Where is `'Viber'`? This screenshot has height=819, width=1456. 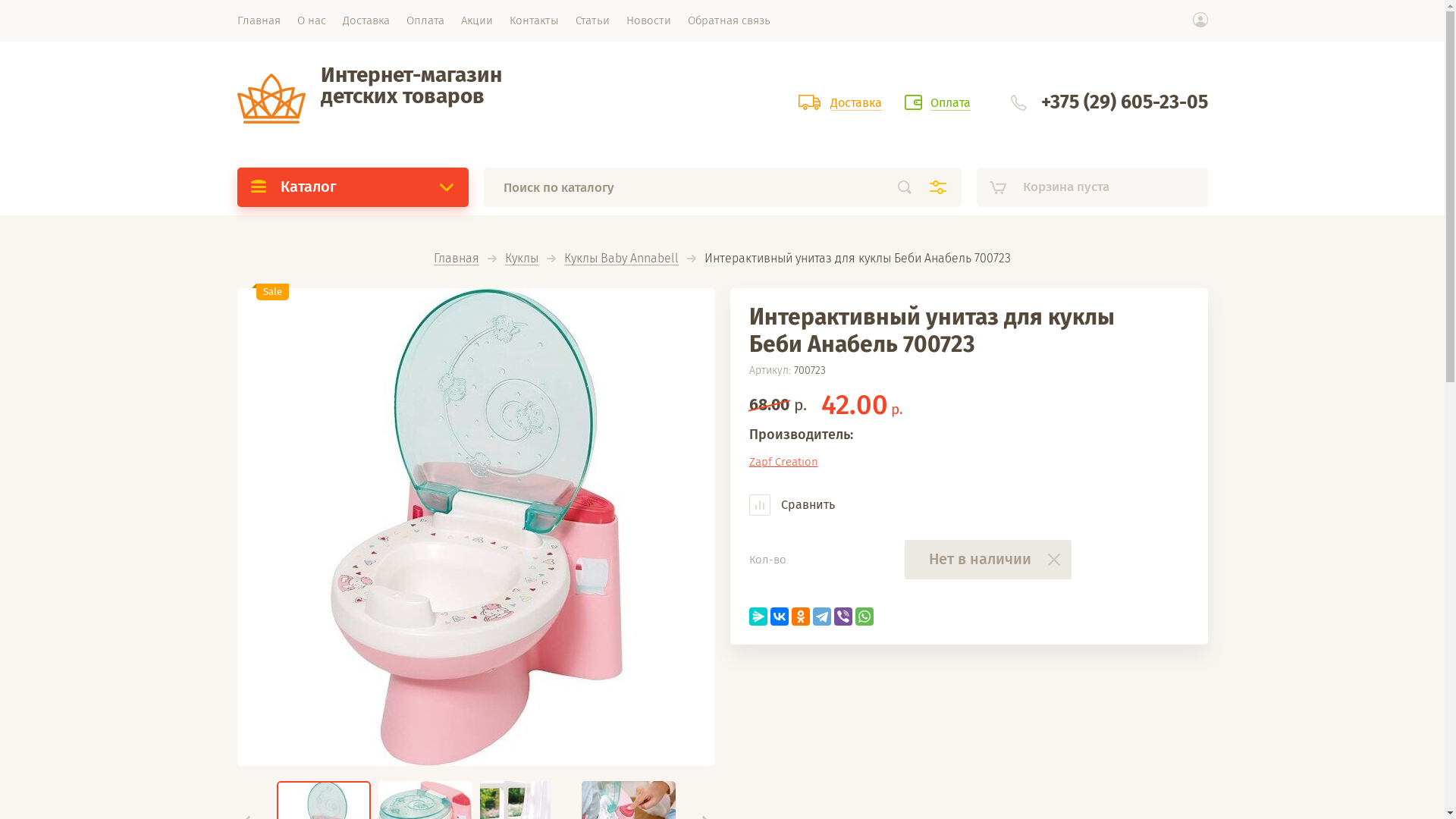 'Viber' is located at coordinates (843, 617).